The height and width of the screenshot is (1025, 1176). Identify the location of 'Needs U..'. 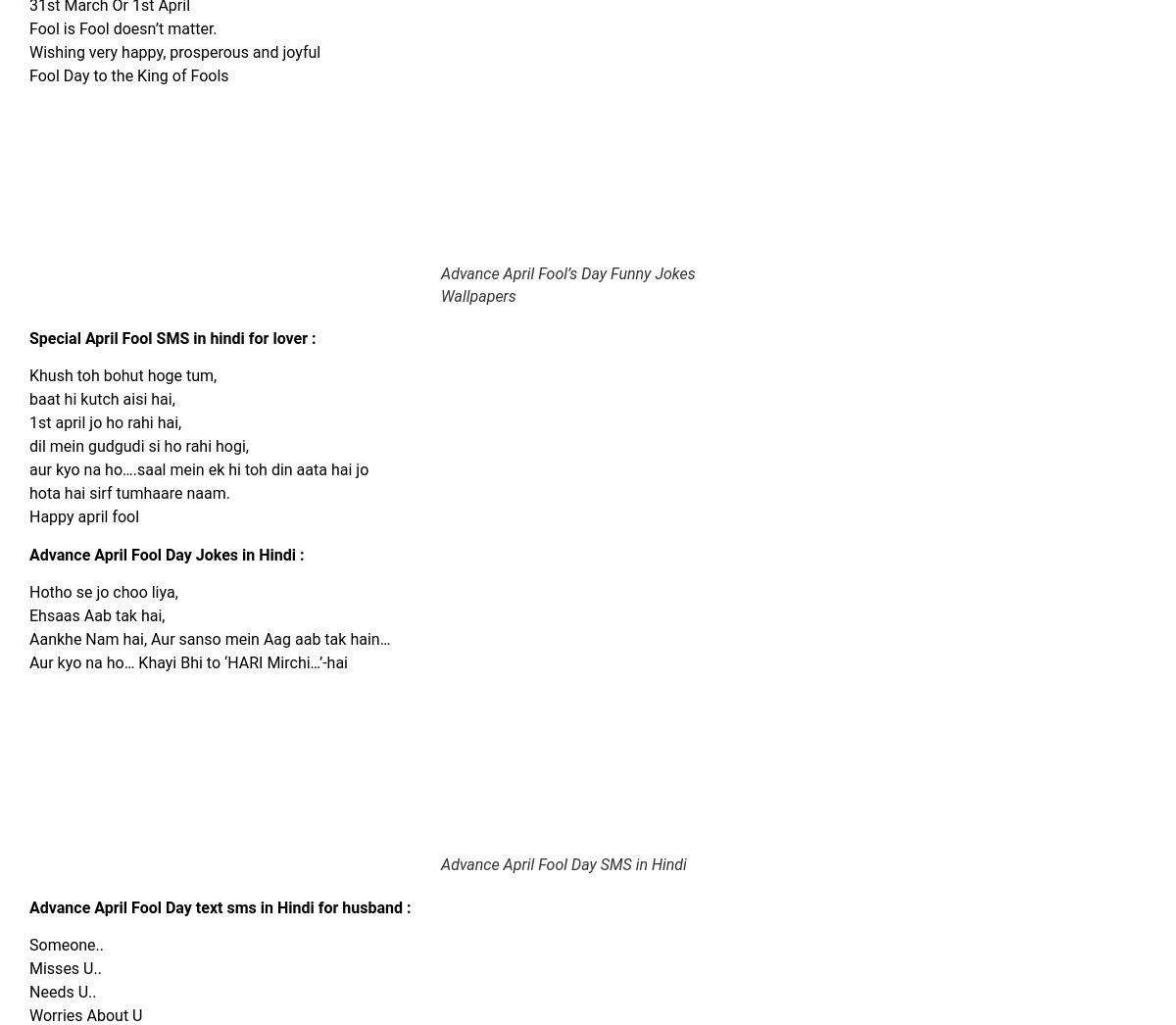
(62, 992).